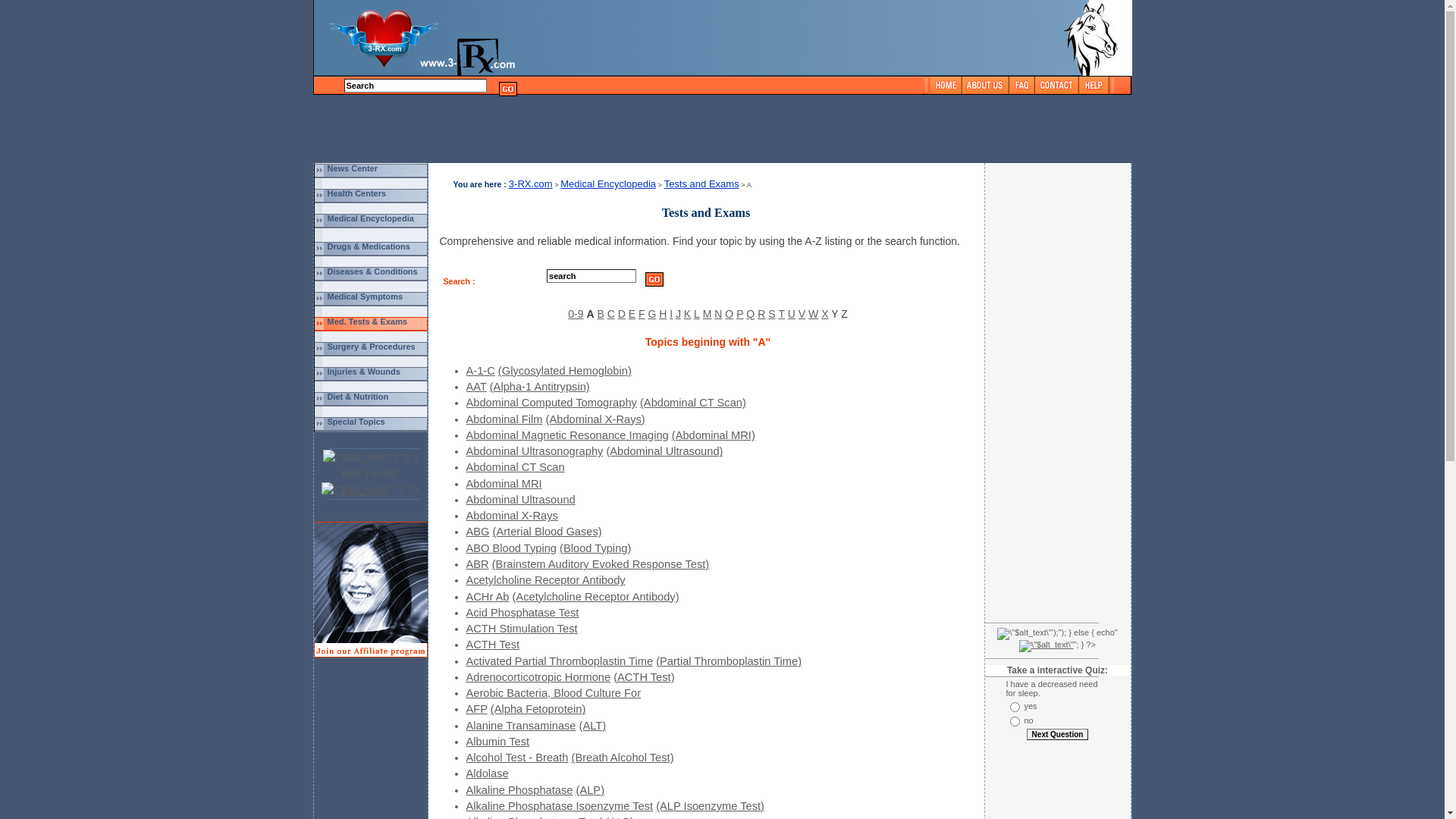 This screenshot has height=819, width=1456. I want to click on 'U', so click(790, 312).